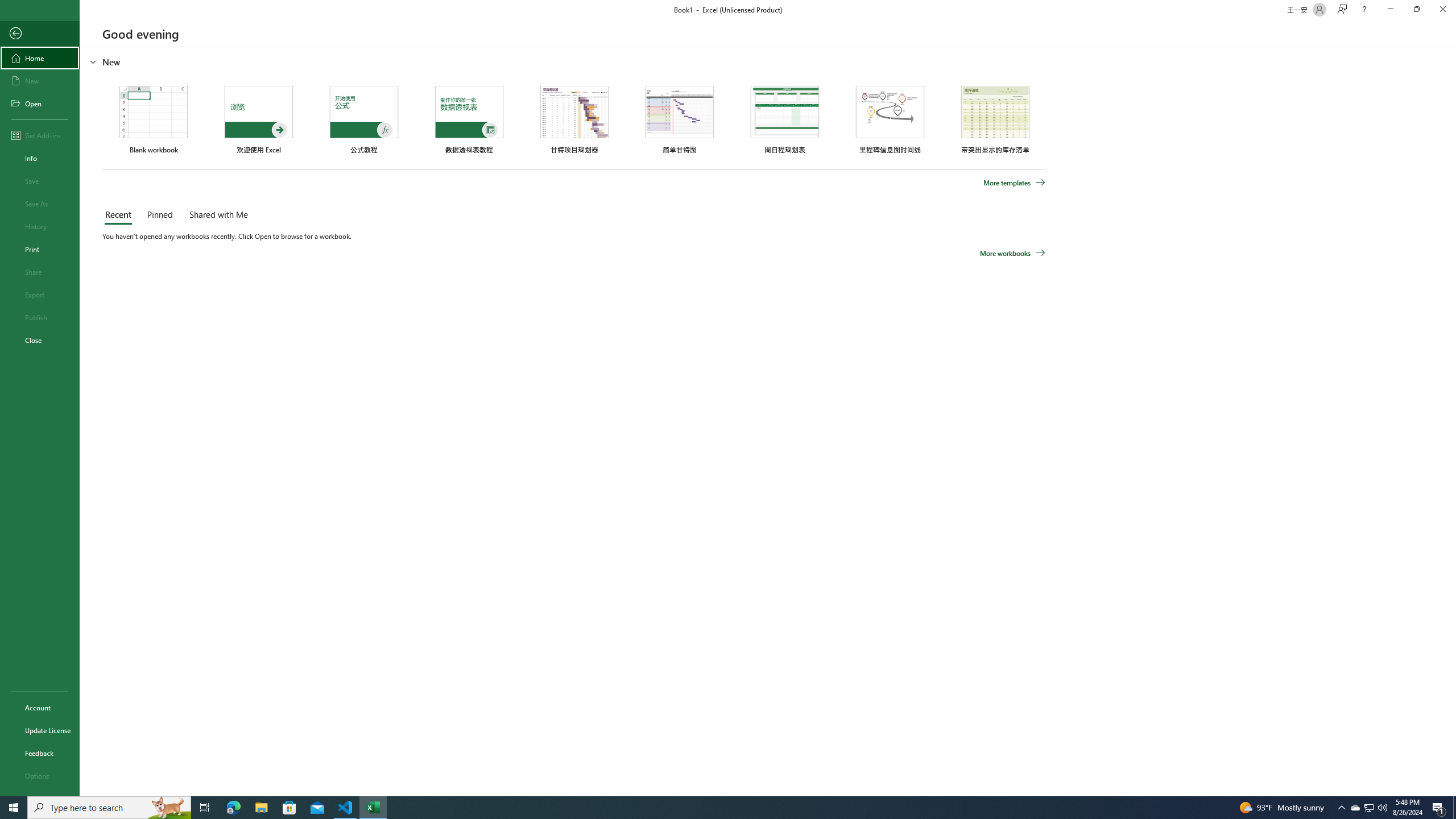 This screenshot has width=1456, height=819. What do you see at coordinates (120, 215) in the screenshot?
I see `'Recent'` at bounding box center [120, 215].